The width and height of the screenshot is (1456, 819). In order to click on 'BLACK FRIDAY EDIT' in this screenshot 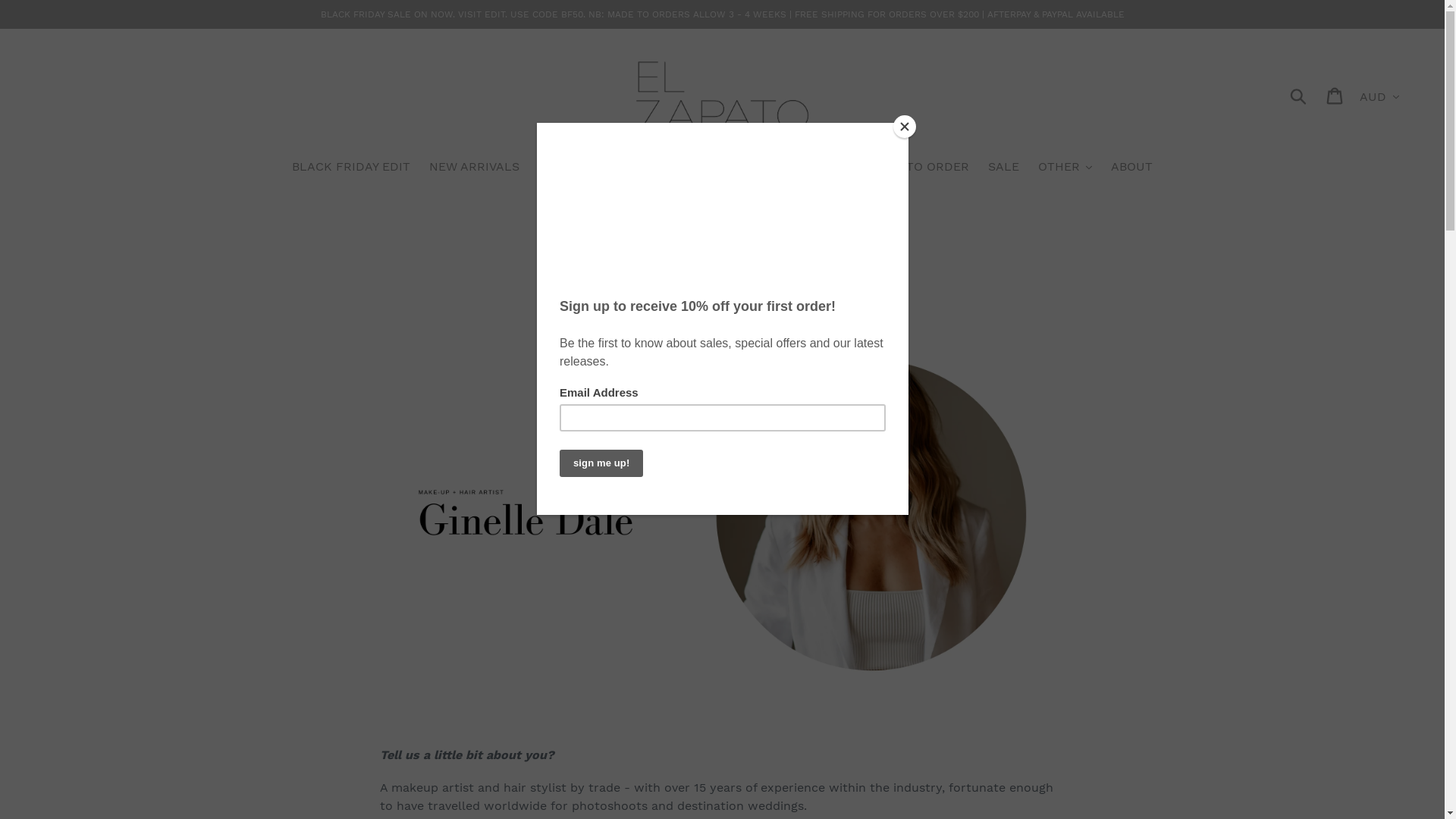, I will do `click(284, 168)`.